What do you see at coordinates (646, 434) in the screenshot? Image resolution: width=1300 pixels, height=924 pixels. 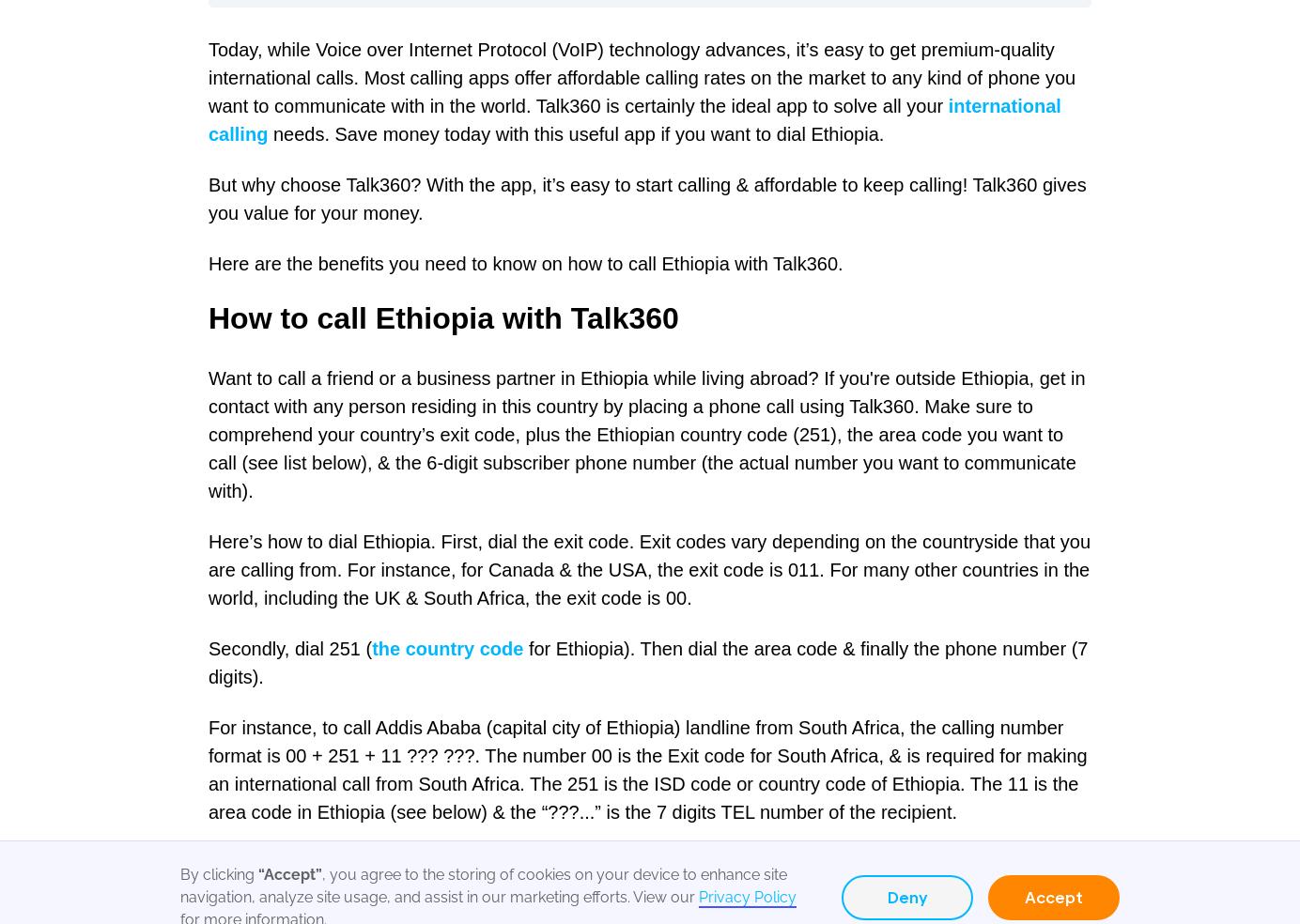 I see `'Want to call a friend or a business partner in Ethiopia while living abroad? If you're outside Ethiopia, get in contact with any person residing in this country by placing a phone call using Talk360. Make sure to comprehend your country’s exit code, plus the Ethiopian country code (251), the area code you want to call (see list below), & the 6-digit subscriber phone number (the actual number you want to communicate with).'` at bounding box center [646, 434].